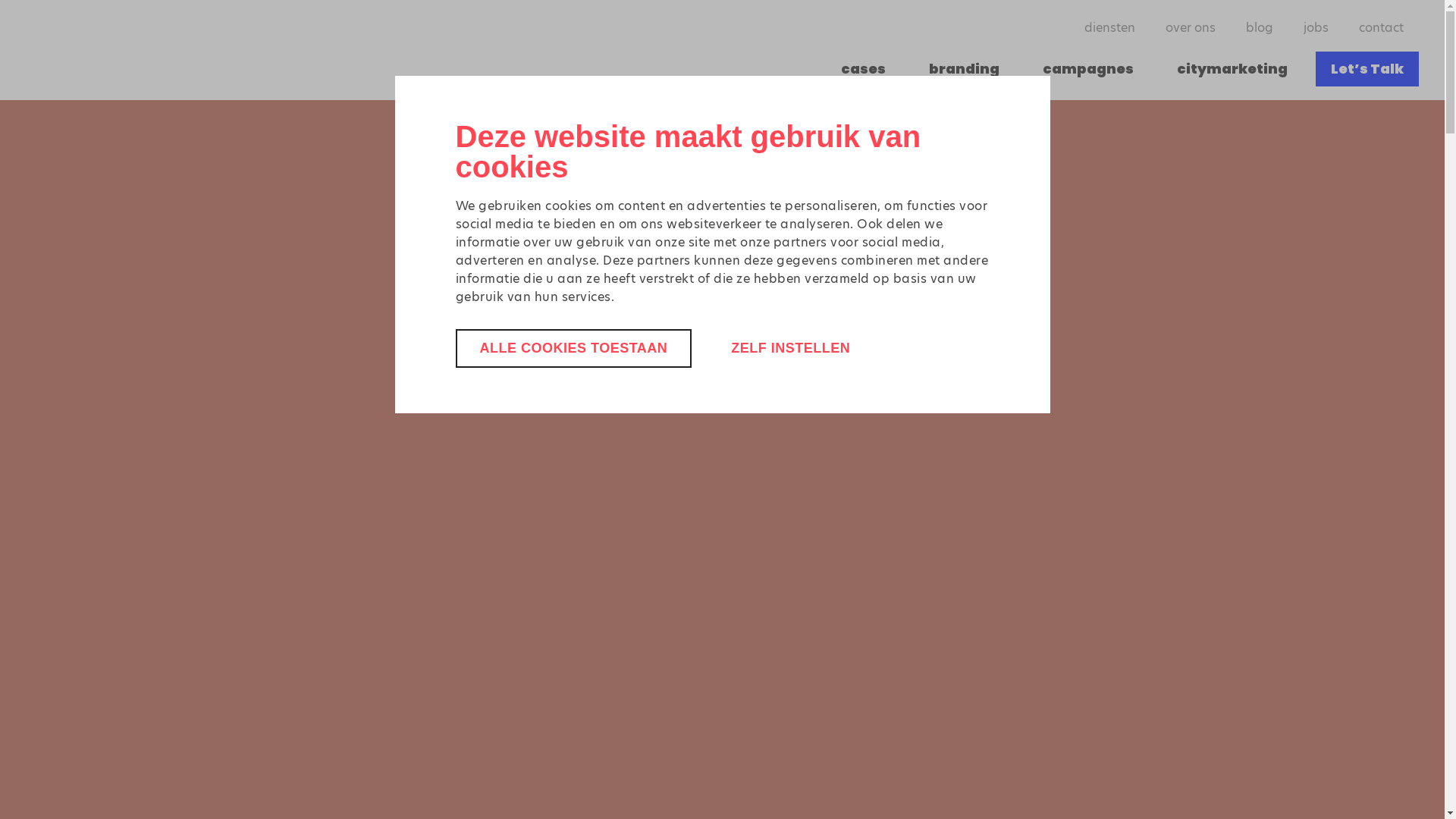  What do you see at coordinates (1232, 69) in the screenshot?
I see `'citymarketing'` at bounding box center [1232, 69].